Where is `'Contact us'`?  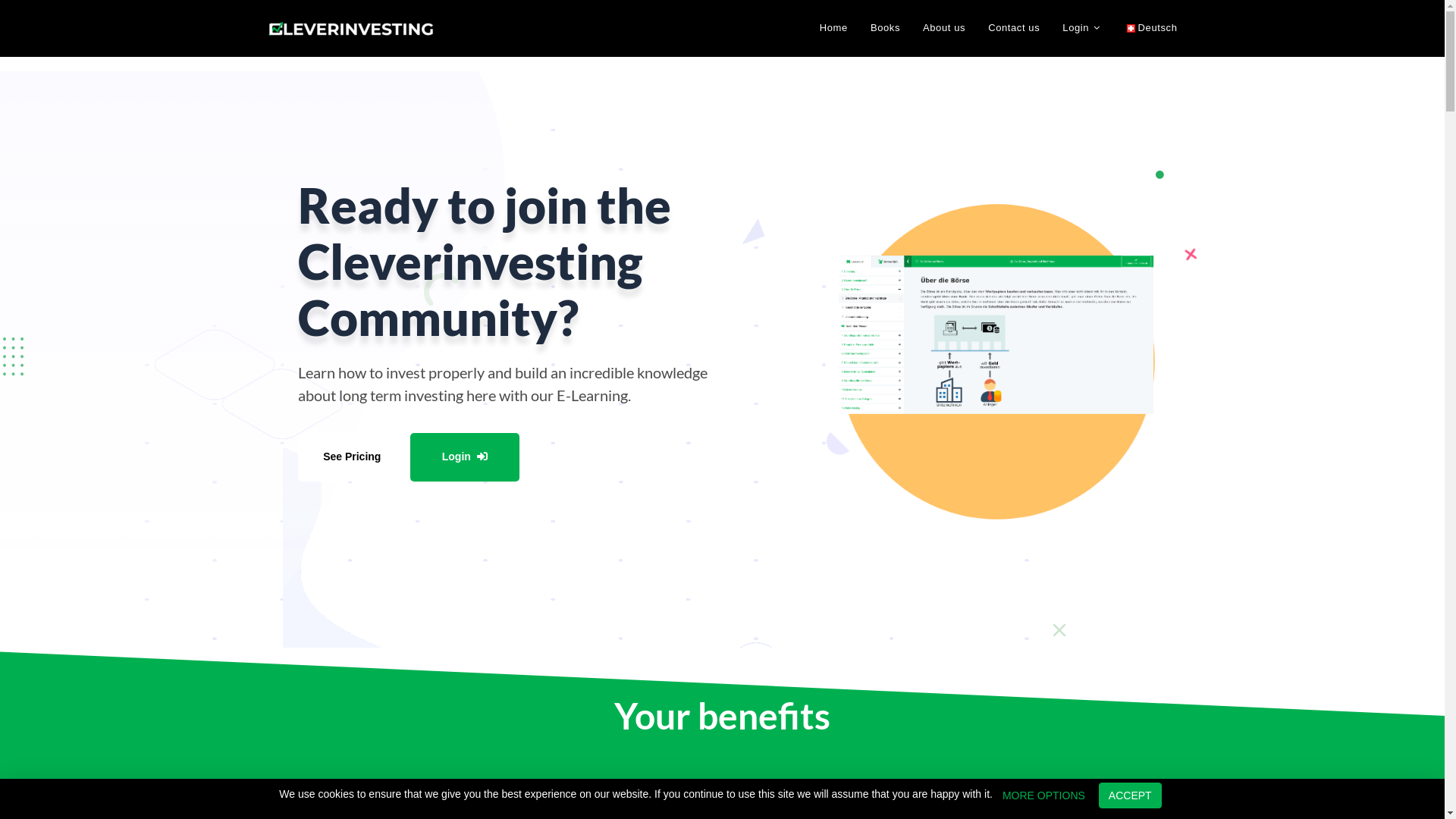 'Contact us' is located at coordinates (1014, 28).